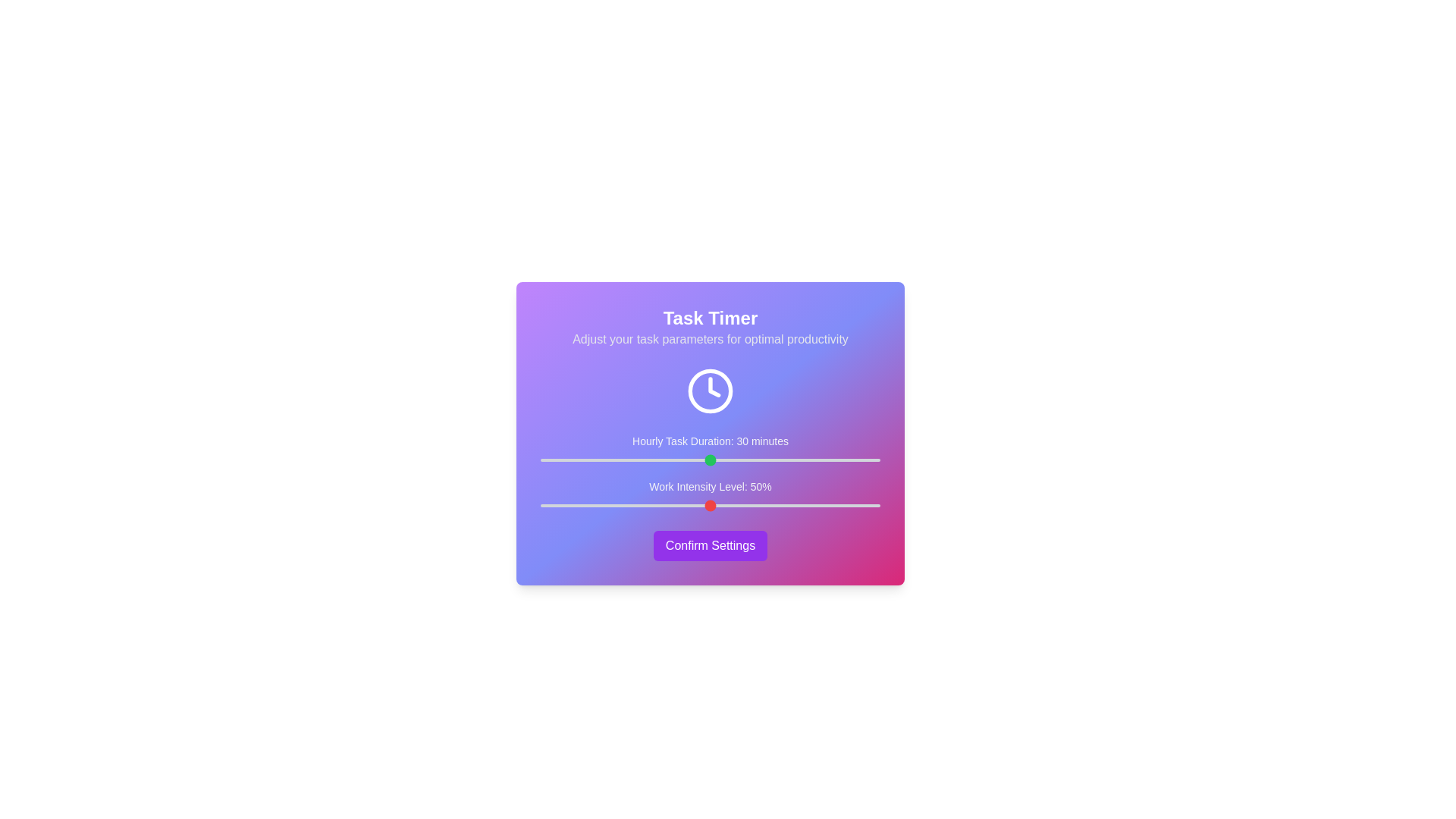 The width and height of the screenshot is (1456, 819). Describe the element at coordinates (852, 459) in the screenshot. I see `the 'Hourly Task Duration' slider to 55 minutes` at that location.